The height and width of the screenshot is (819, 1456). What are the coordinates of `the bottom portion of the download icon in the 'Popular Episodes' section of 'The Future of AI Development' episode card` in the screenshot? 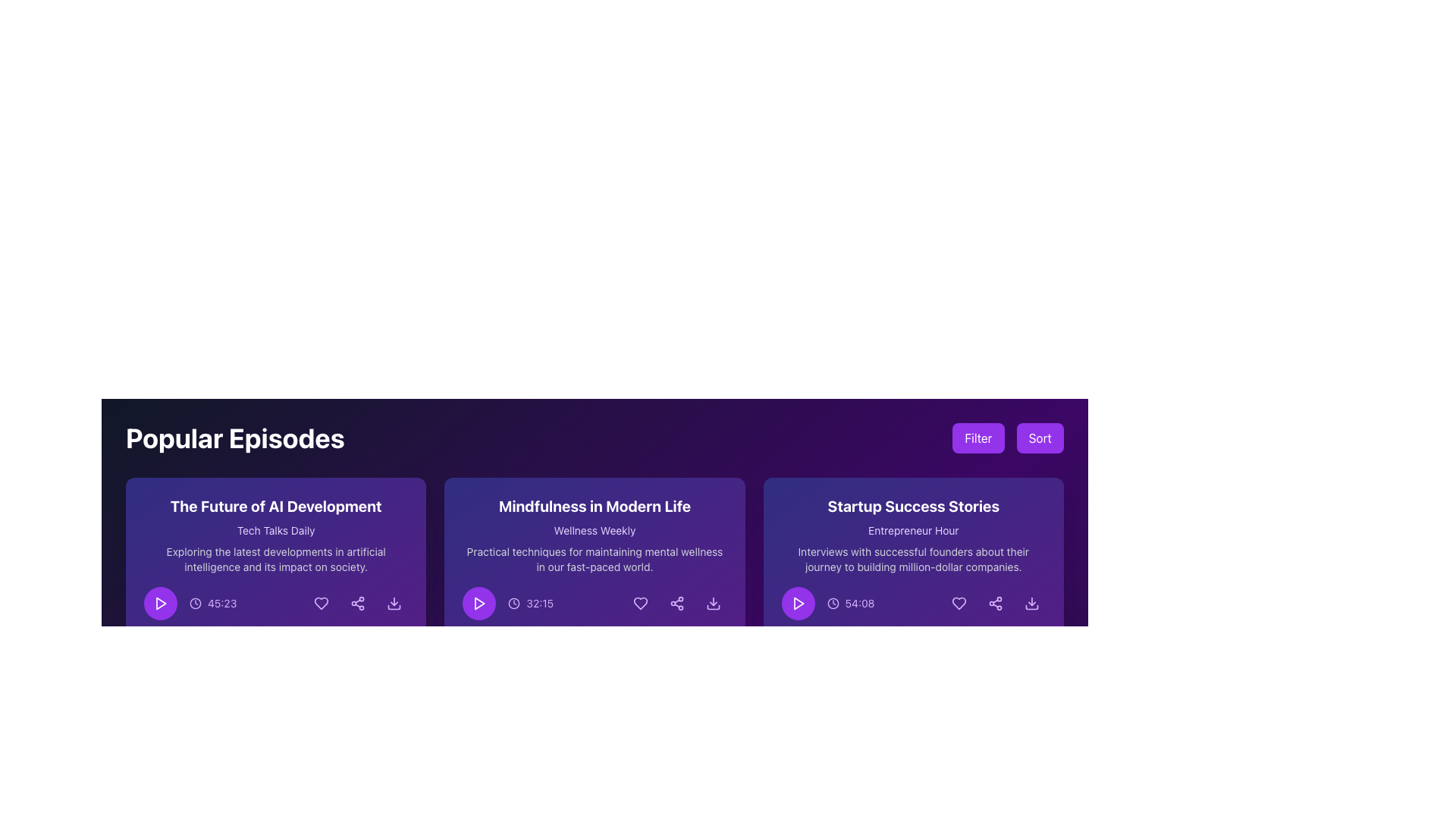 It's located at (394, 607).